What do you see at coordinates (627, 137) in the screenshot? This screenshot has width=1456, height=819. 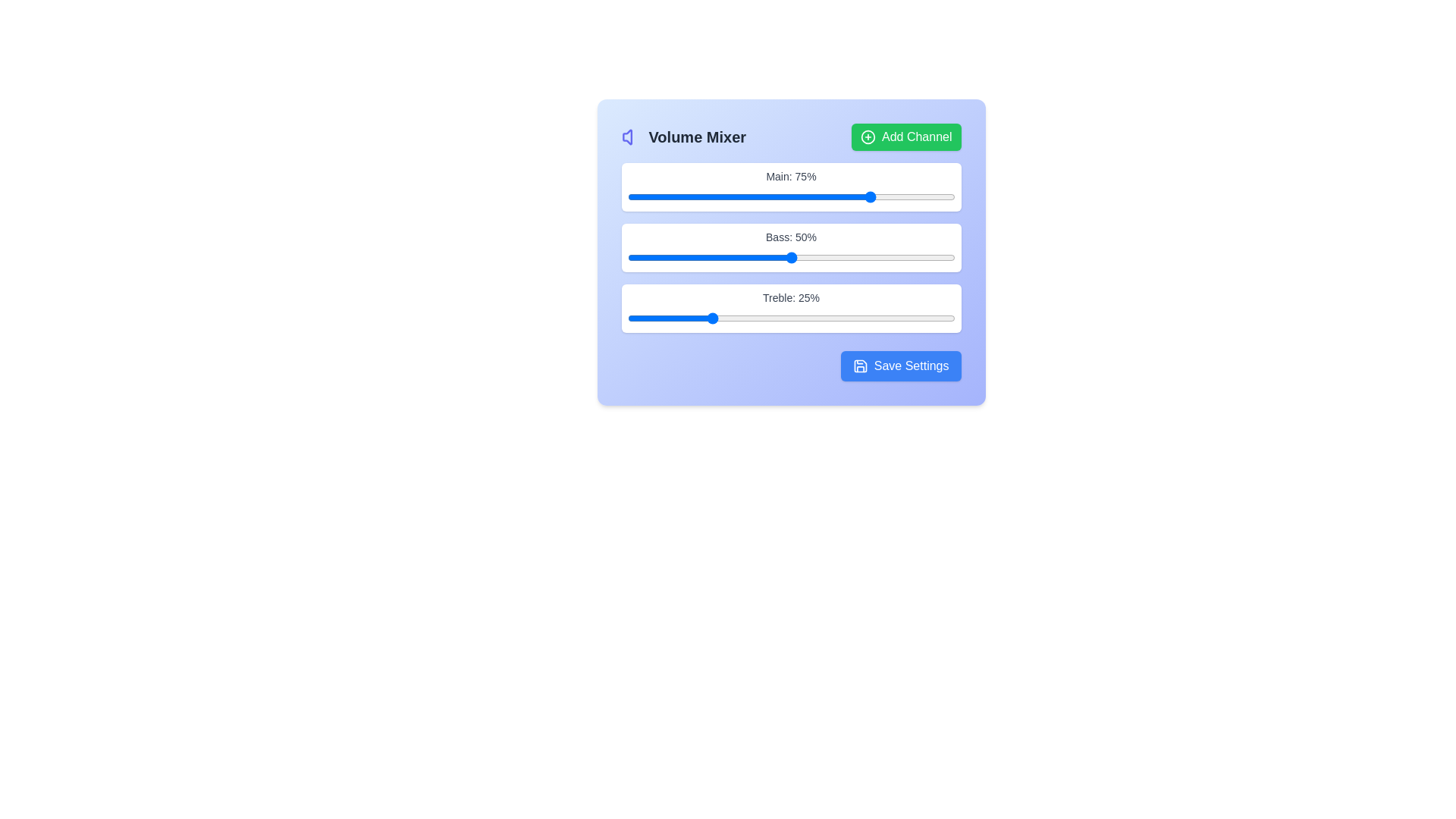 I see `the volume control icon located at the top left corner of the interface, just left of the 'Volume Mixer' header` at bounding box center [627, 137].